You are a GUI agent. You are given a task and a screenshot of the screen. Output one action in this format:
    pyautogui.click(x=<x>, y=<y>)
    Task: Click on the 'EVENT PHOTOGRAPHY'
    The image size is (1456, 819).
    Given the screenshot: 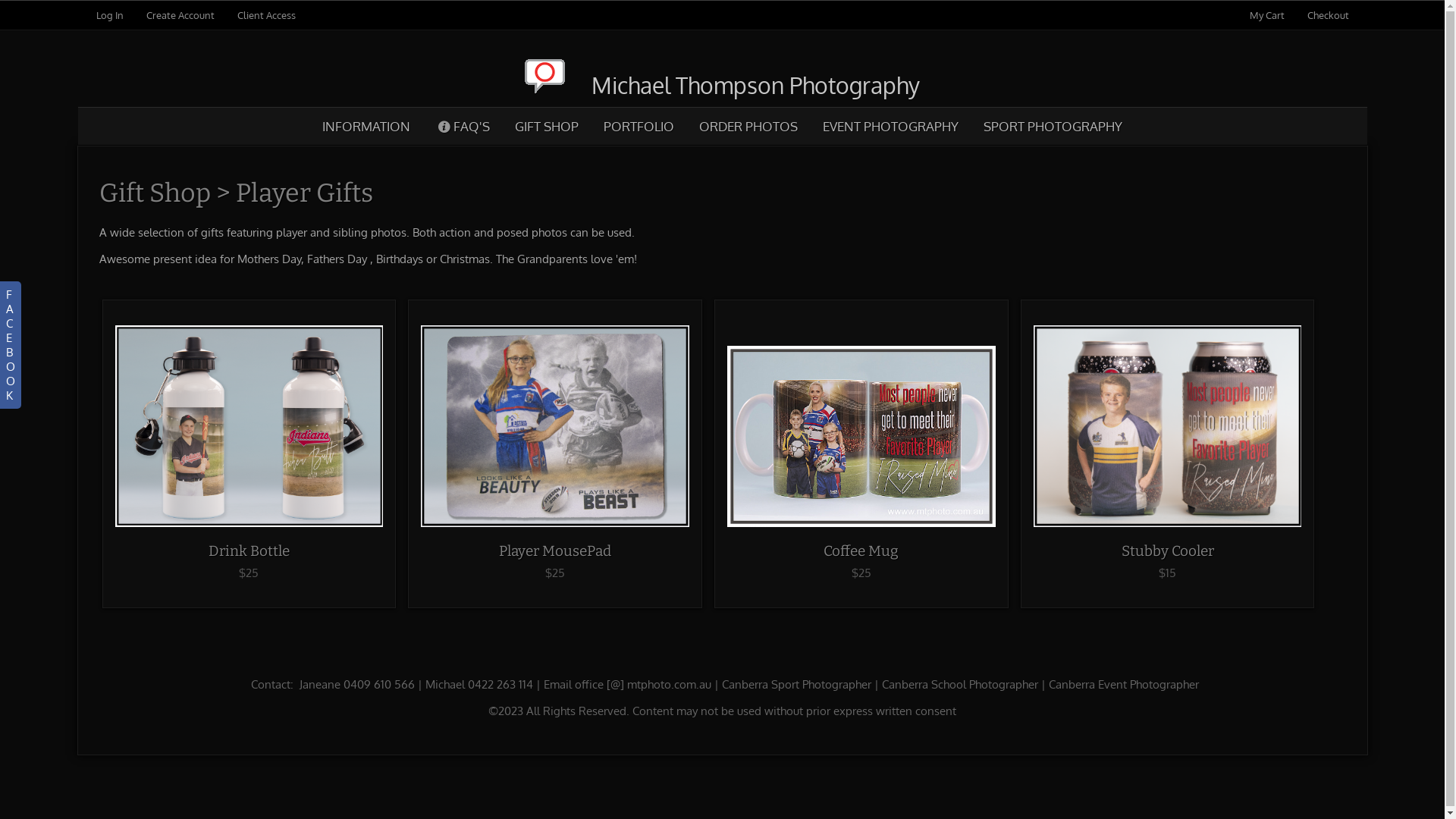 What is the action you would take?
    pyautogui.click(x=890, y=125)
    